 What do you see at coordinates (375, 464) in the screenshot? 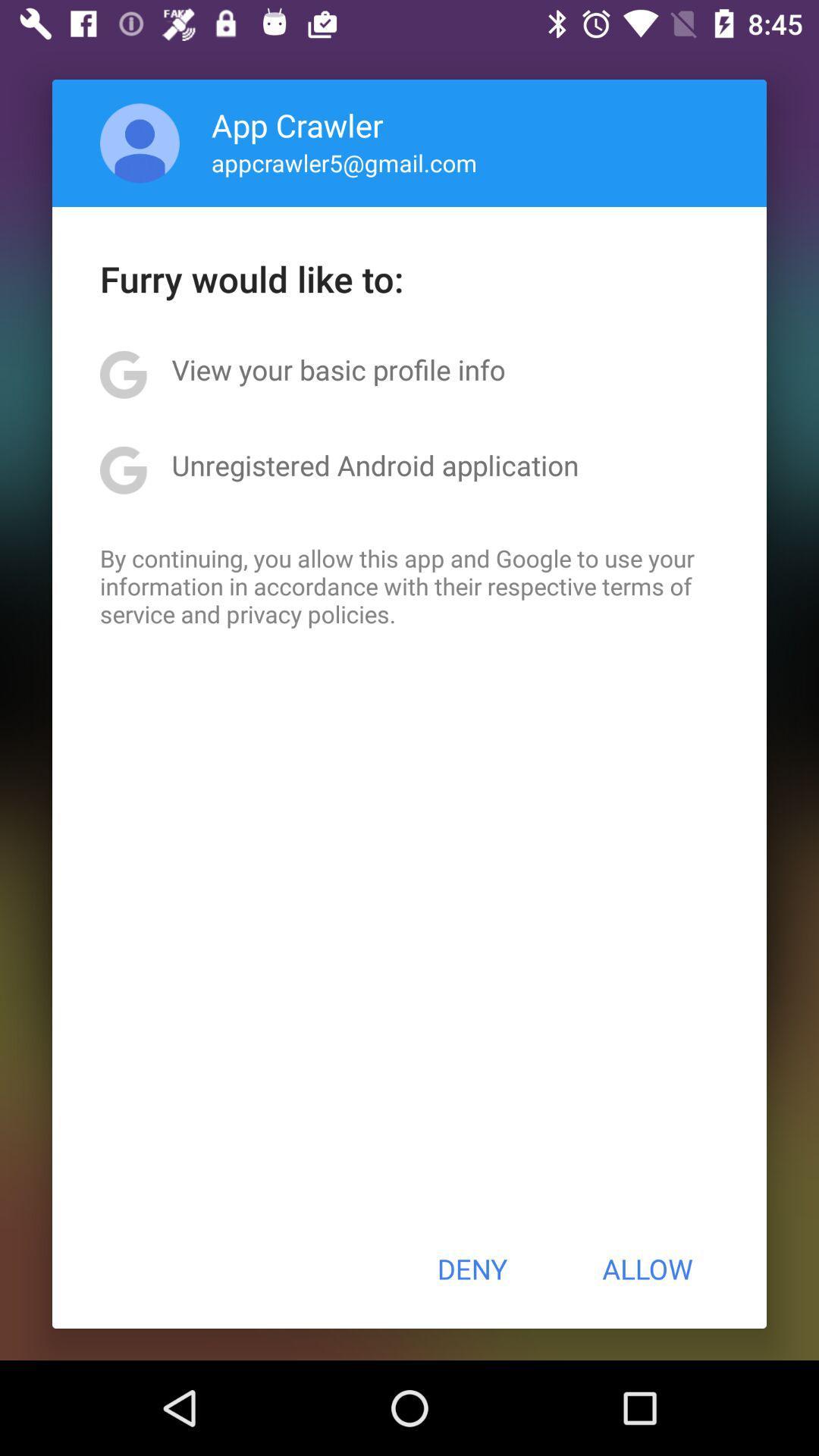
I see `the item below view your basic icon` at bounding box center [375, 464].